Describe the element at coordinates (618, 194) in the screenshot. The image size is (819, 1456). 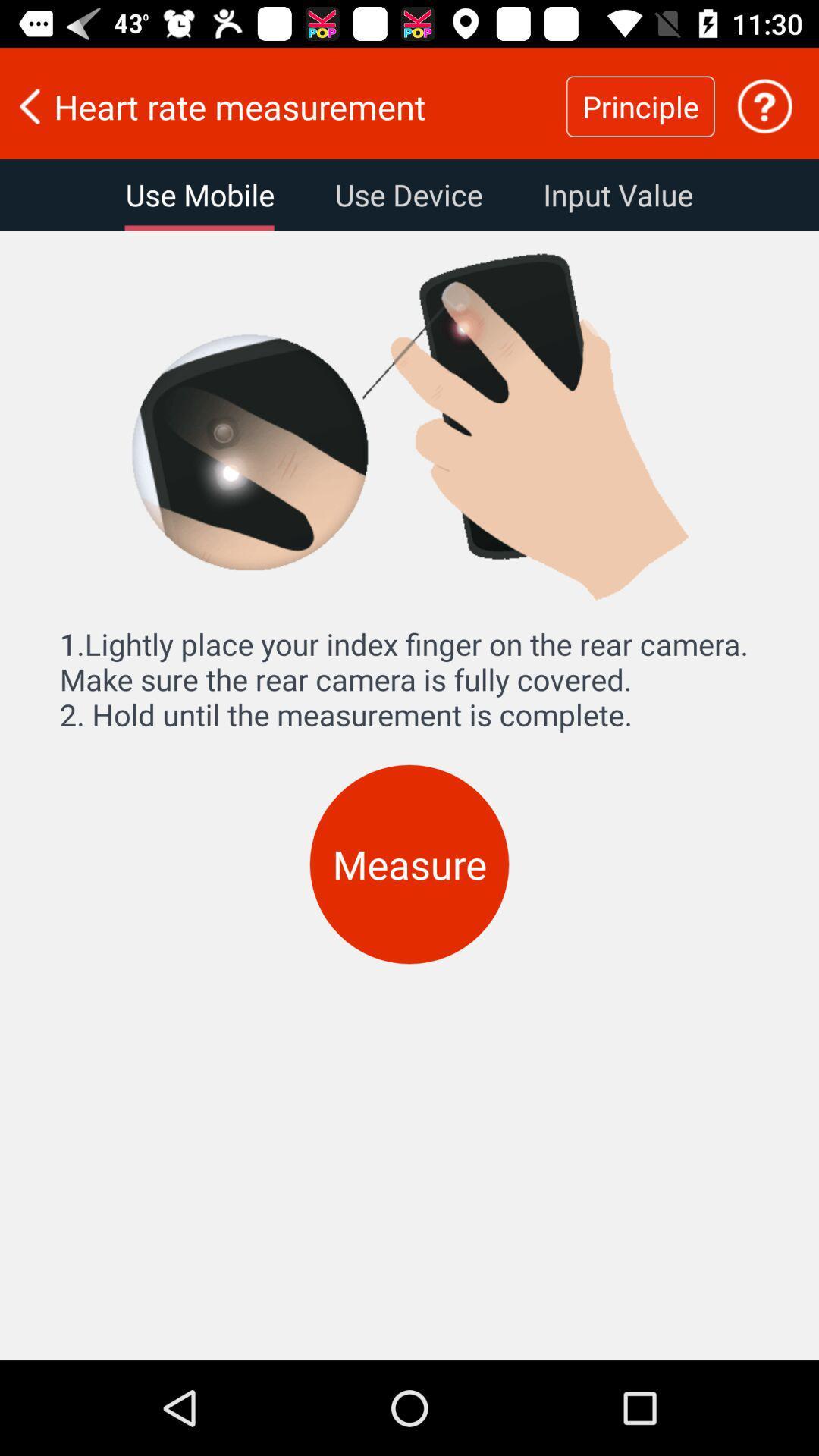
I see `input value item` at that location.